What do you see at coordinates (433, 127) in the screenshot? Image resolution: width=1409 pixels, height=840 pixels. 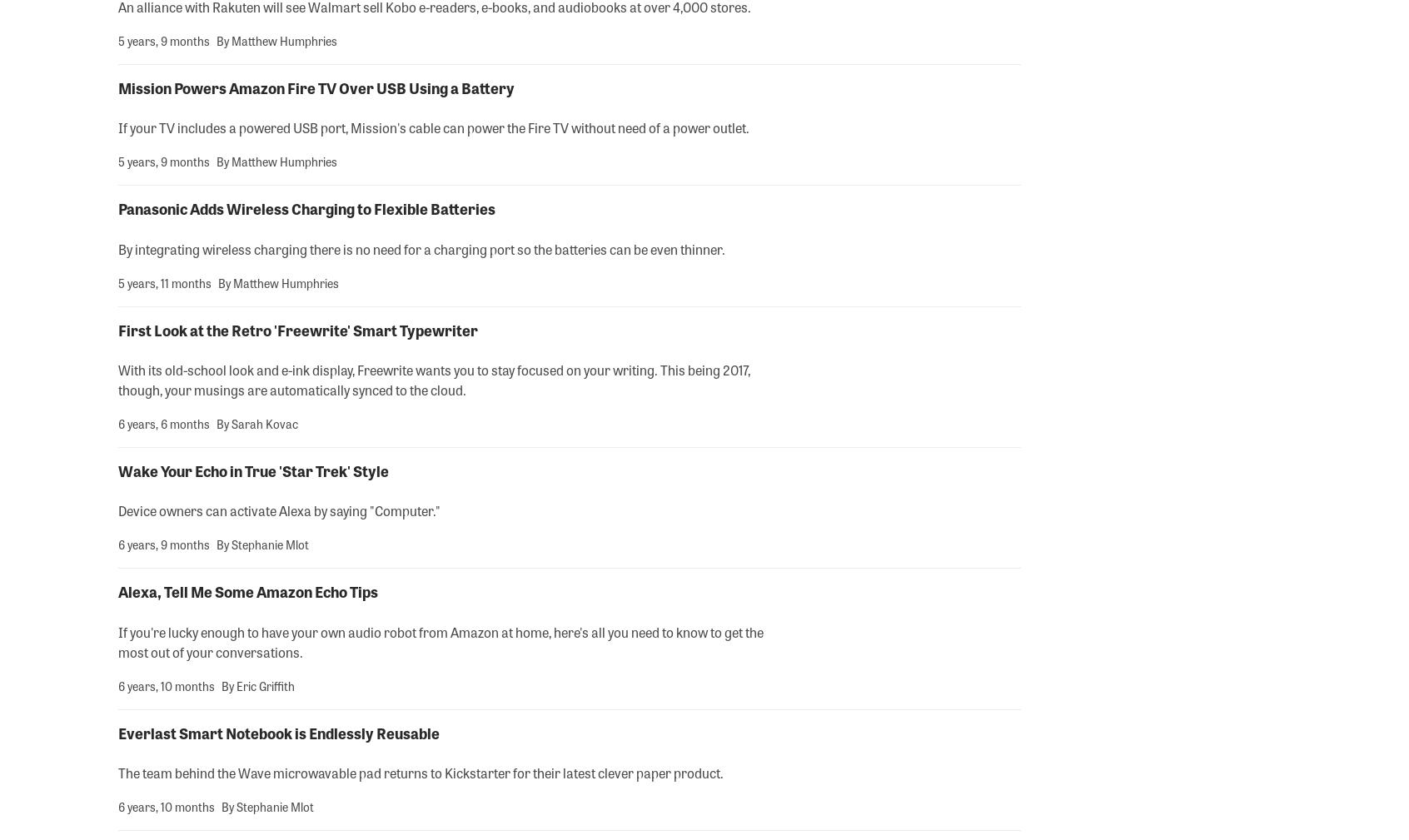 I see `'If your TV includes a powered USB port, Mission's cable can power the Fire TV without need of a power outlet.'` at bounding box center [433, 127].